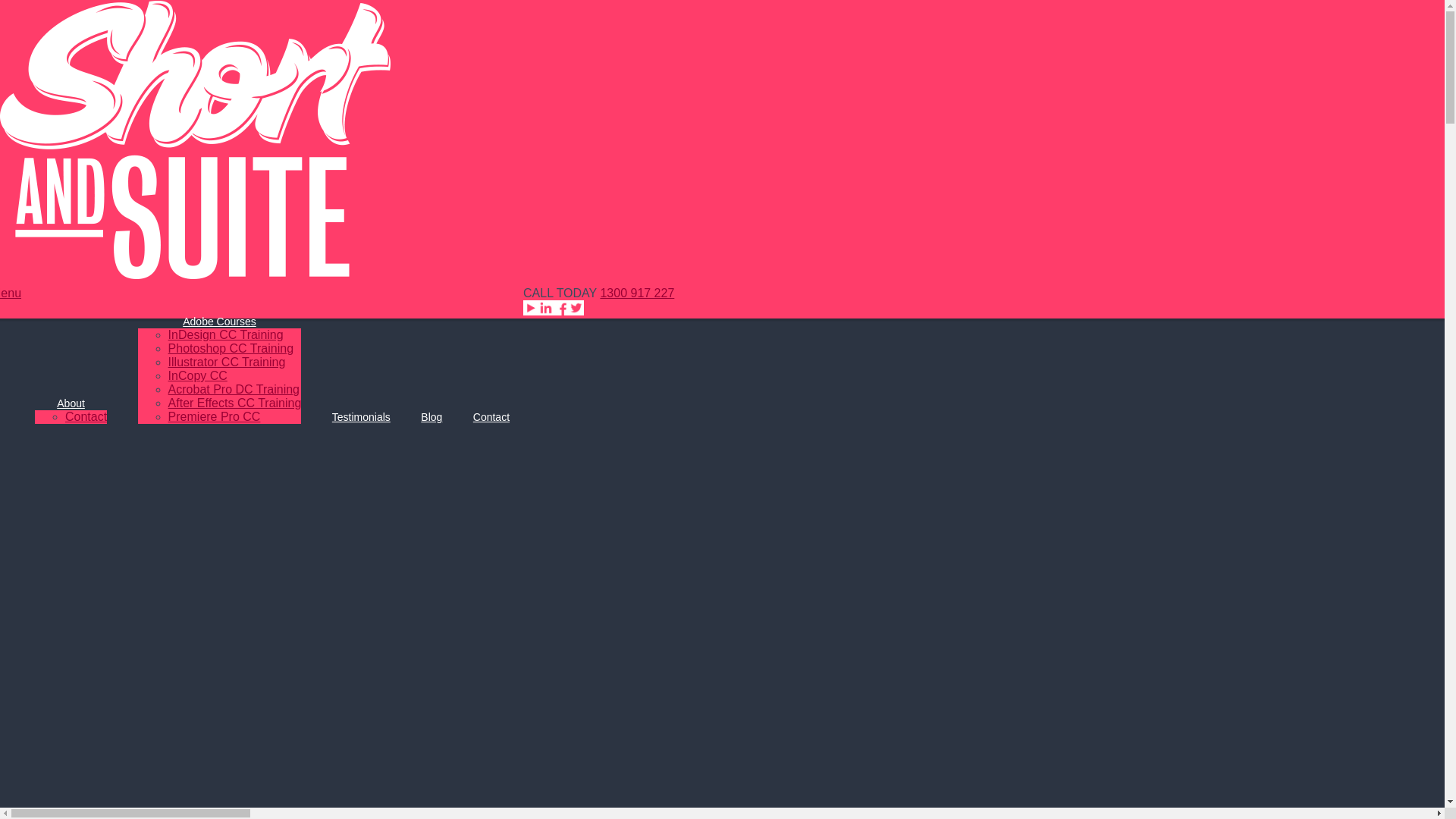  I want to click on 'Blog', so click(431, 417).